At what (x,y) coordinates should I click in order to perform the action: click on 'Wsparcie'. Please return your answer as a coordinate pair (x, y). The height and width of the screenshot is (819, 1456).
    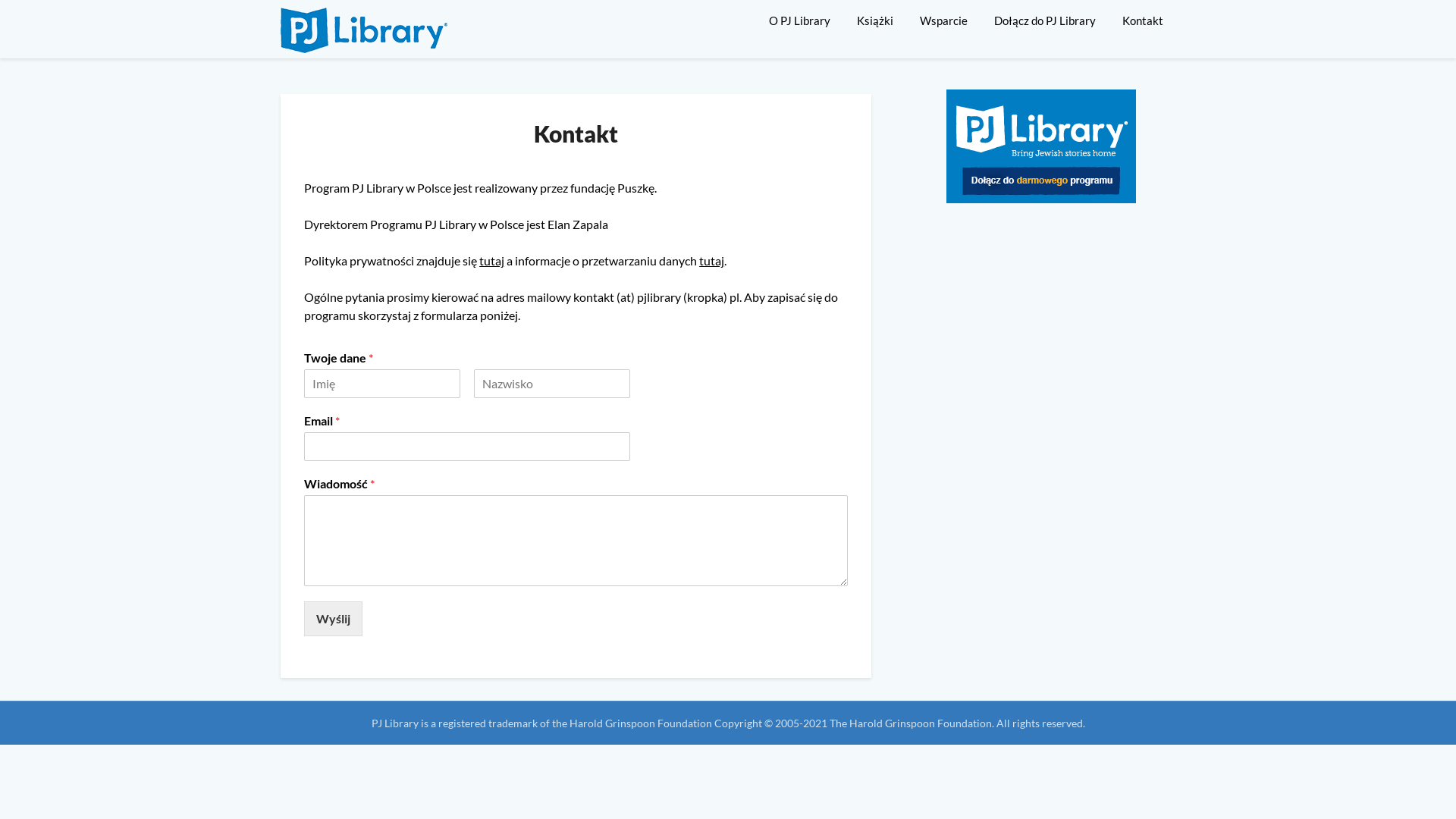
    Looking at the image, I should click on (943, 20).